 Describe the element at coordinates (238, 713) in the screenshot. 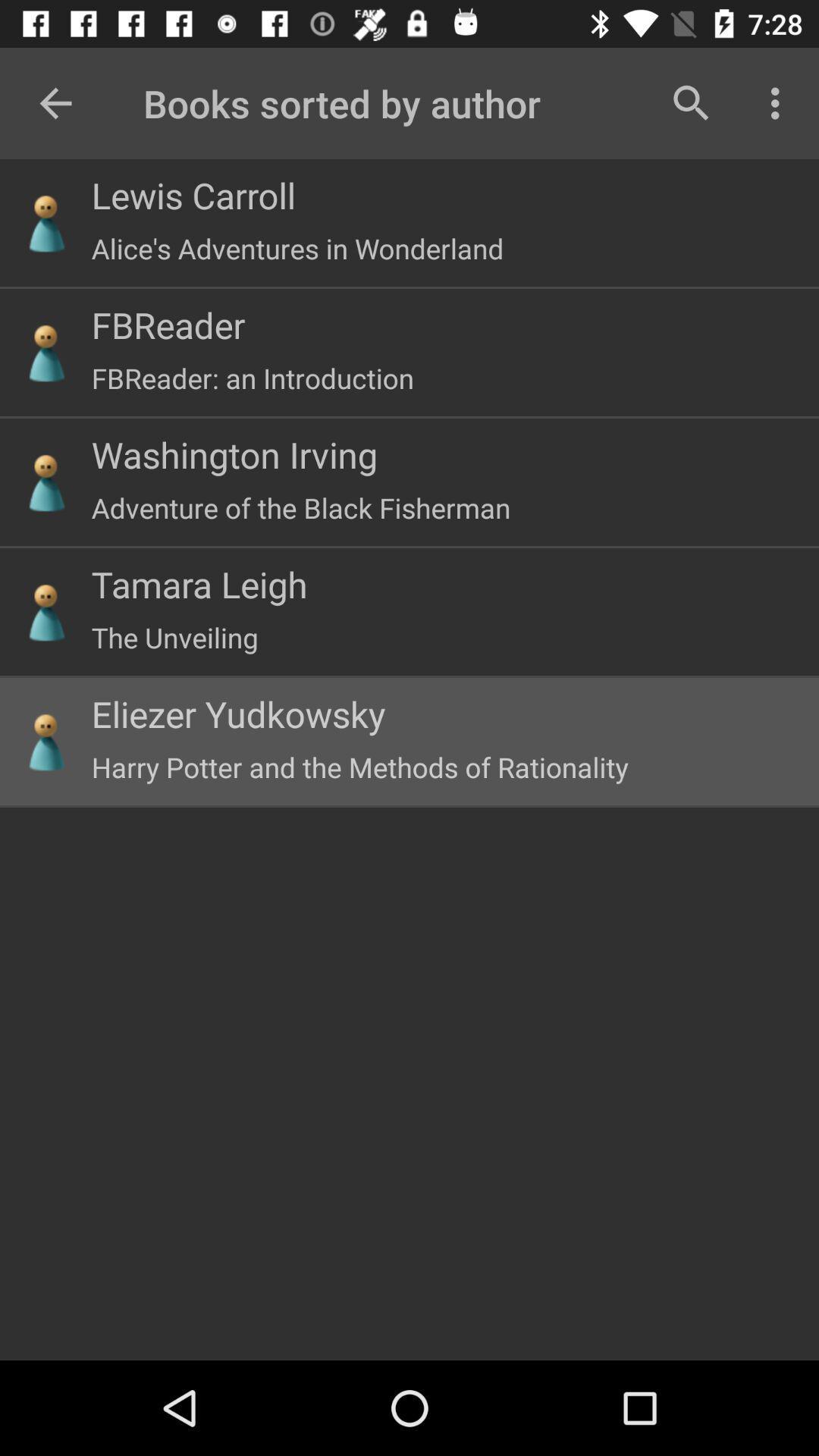

I see `eliezer yudkowsky item` at that location.